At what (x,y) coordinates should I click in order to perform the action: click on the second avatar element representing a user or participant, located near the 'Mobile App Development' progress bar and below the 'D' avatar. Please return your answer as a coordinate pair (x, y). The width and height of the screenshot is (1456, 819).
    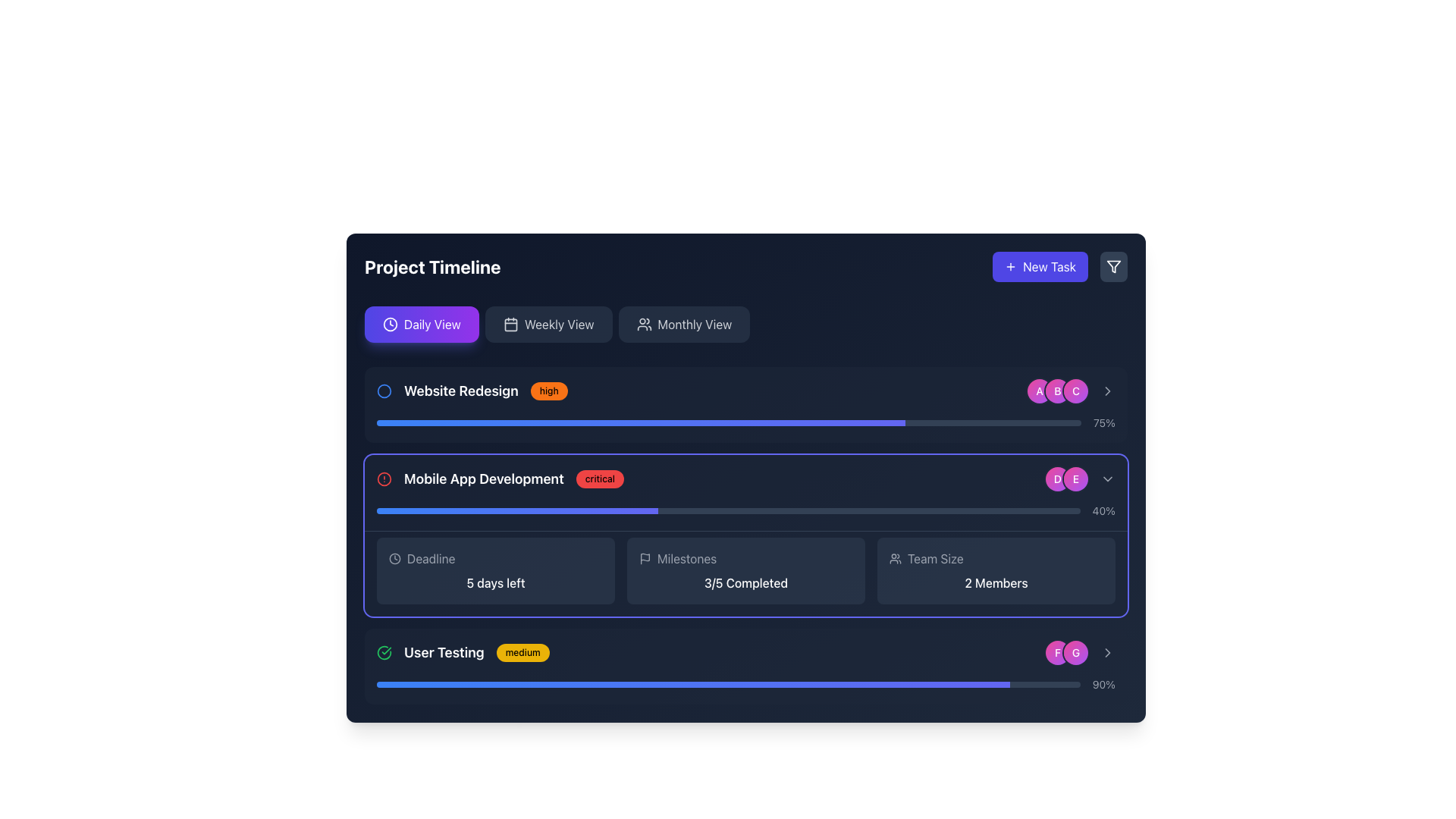
    Looking at the image, I should click on (1075, 479).